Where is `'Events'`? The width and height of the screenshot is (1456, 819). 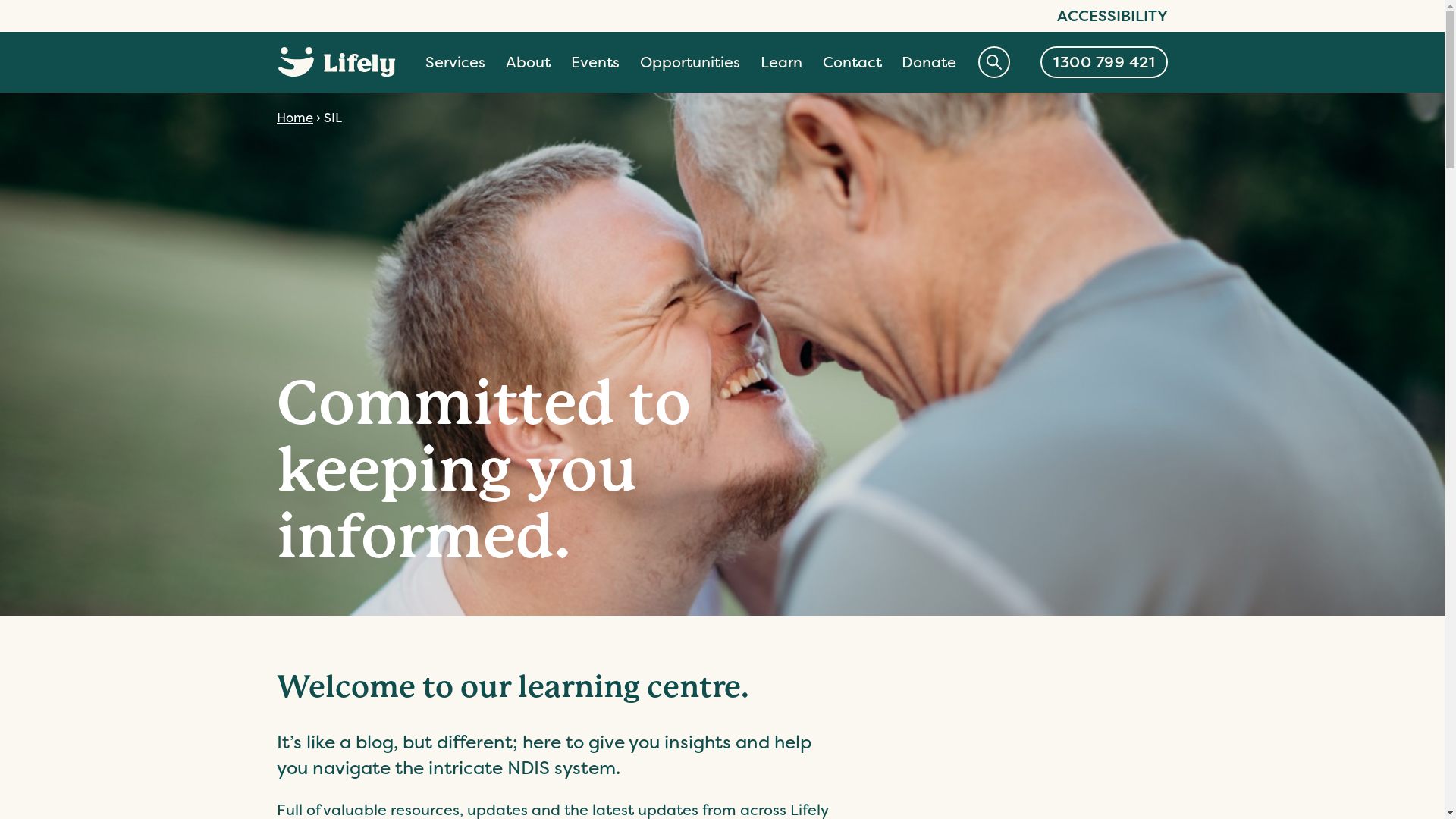
'Events' is located at coordinates (595, 62).